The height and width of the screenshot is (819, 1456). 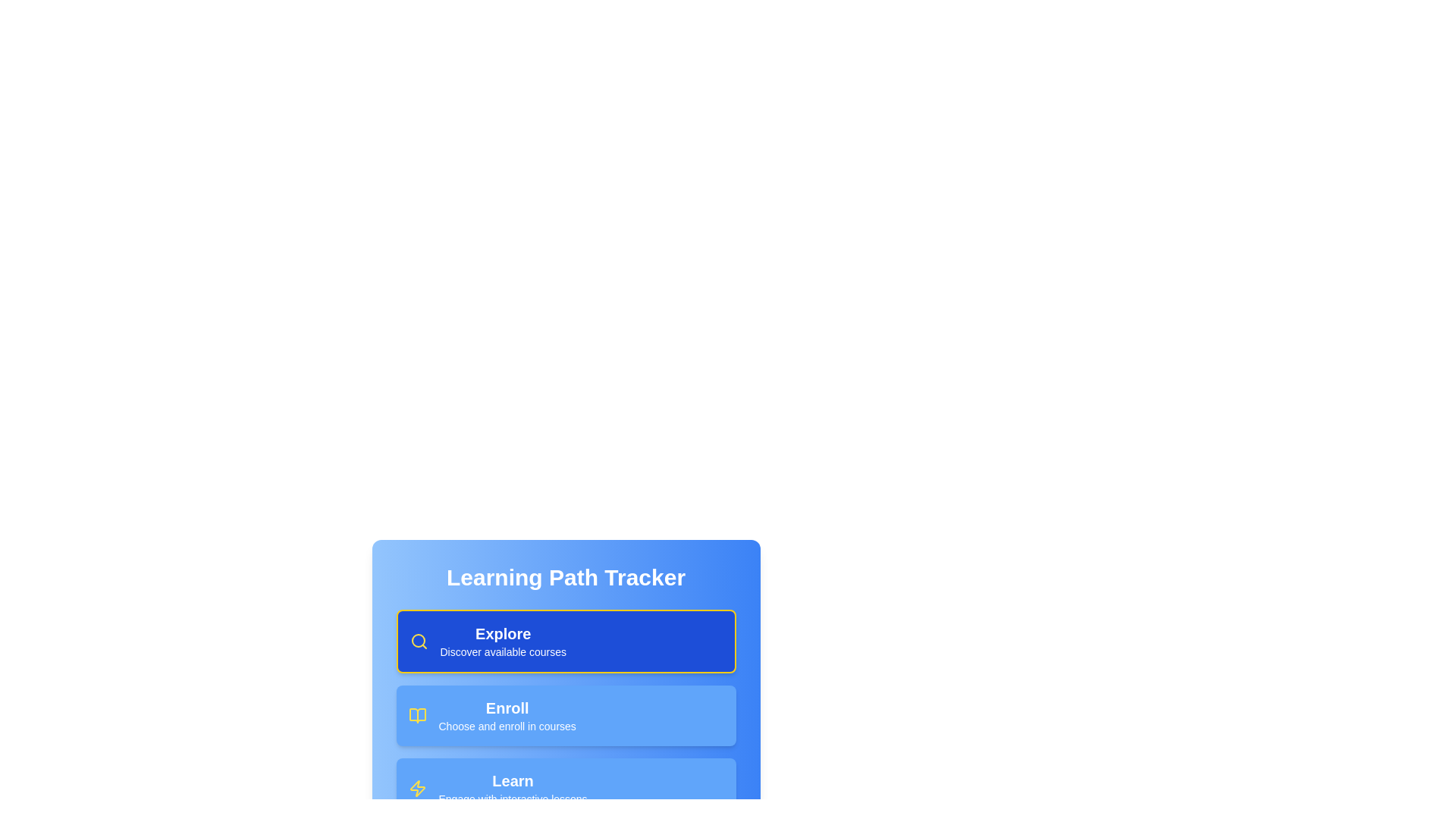 What do you see at coordinates (507, 708) in the screenshot?
I see `the 'Enroll' text label` at bounding box center [507, 708].